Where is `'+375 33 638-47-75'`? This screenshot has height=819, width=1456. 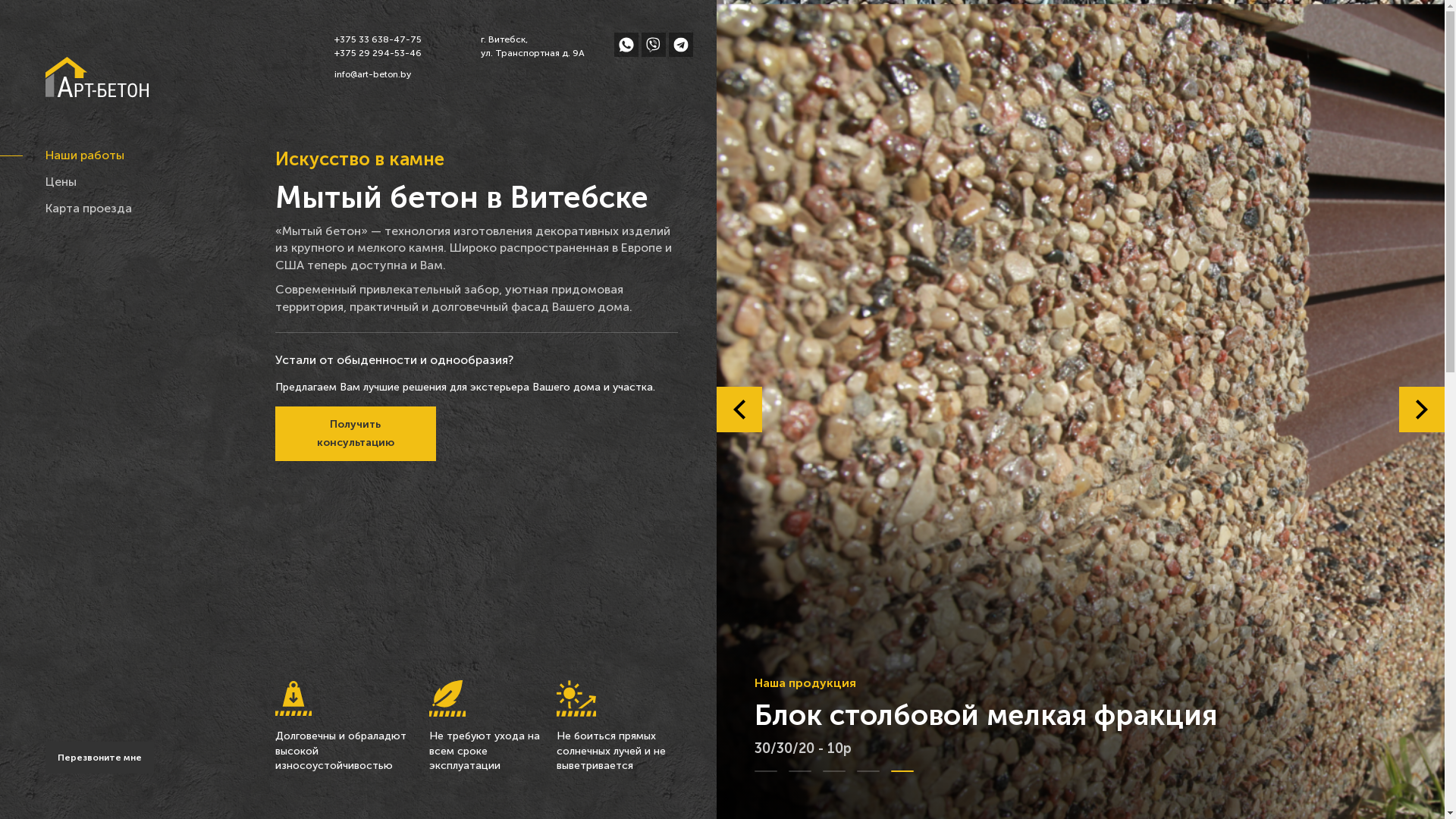
'+375 33 638-47-75' is located at coordinates (333, 38).